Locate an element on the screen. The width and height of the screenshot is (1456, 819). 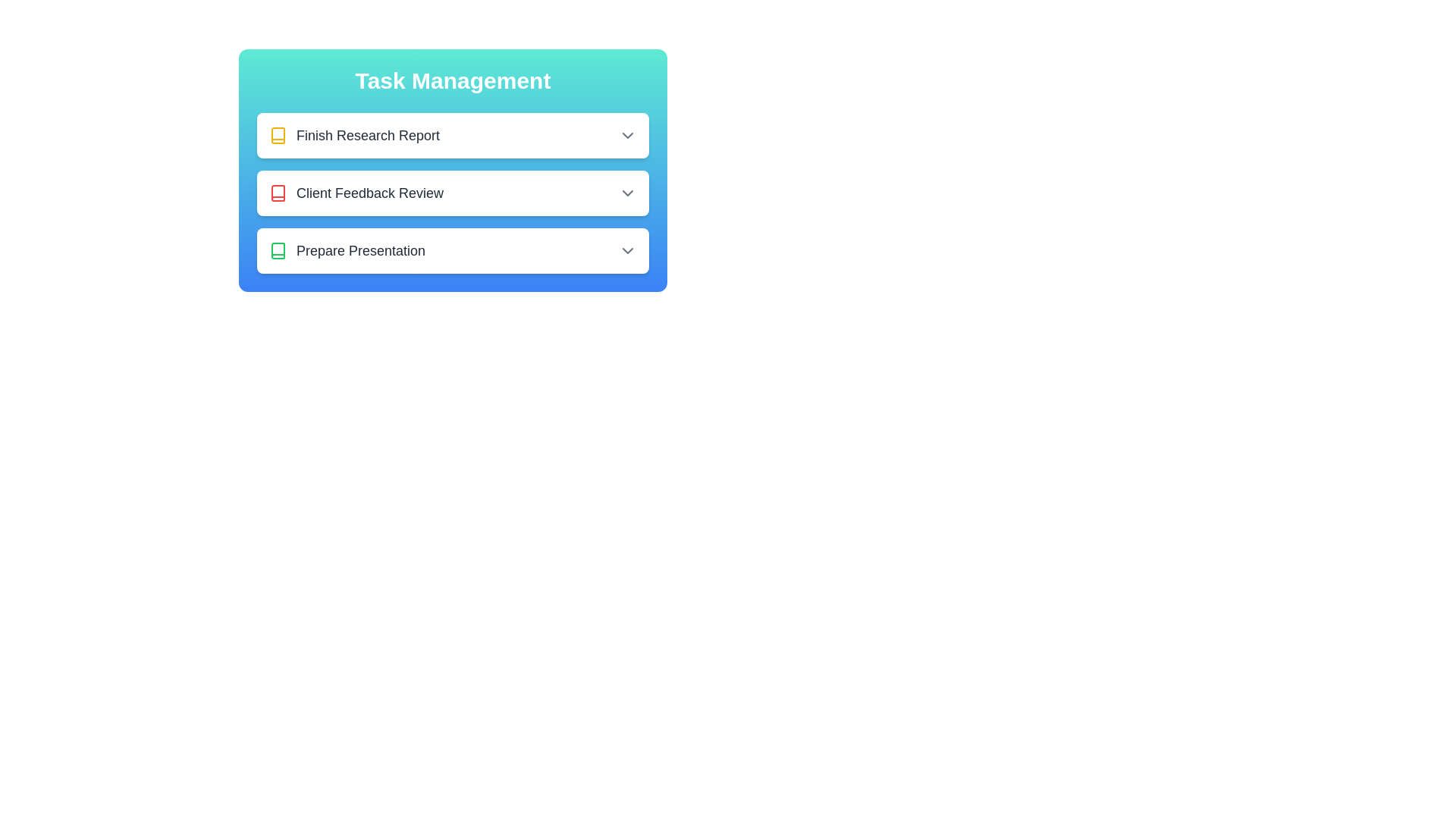
the status icon for the task Finish Research Report is located at coordinates (278, 134).